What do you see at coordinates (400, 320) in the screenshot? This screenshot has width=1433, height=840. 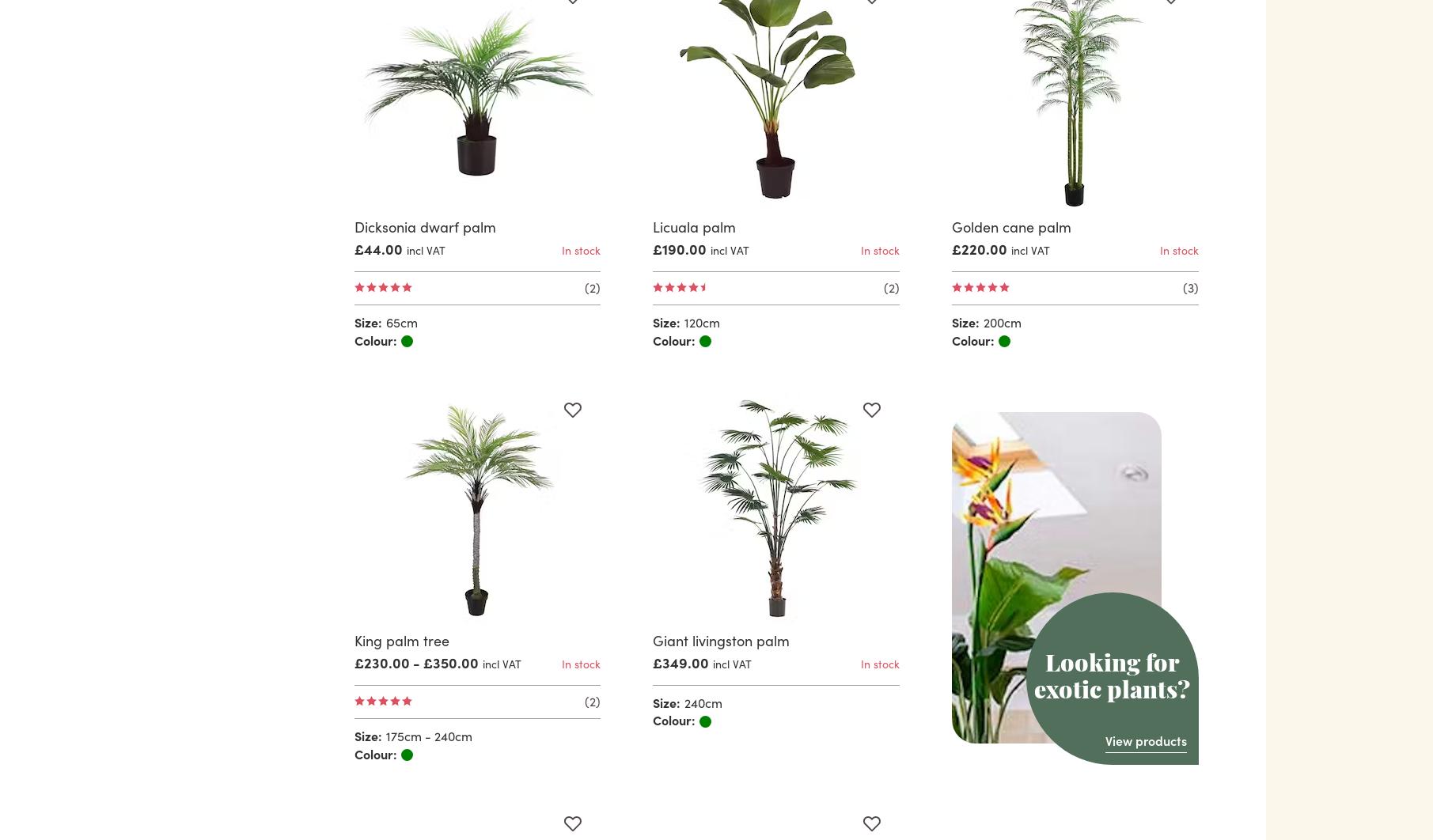 I see `'65cm'` at bounding box center [400, 320].